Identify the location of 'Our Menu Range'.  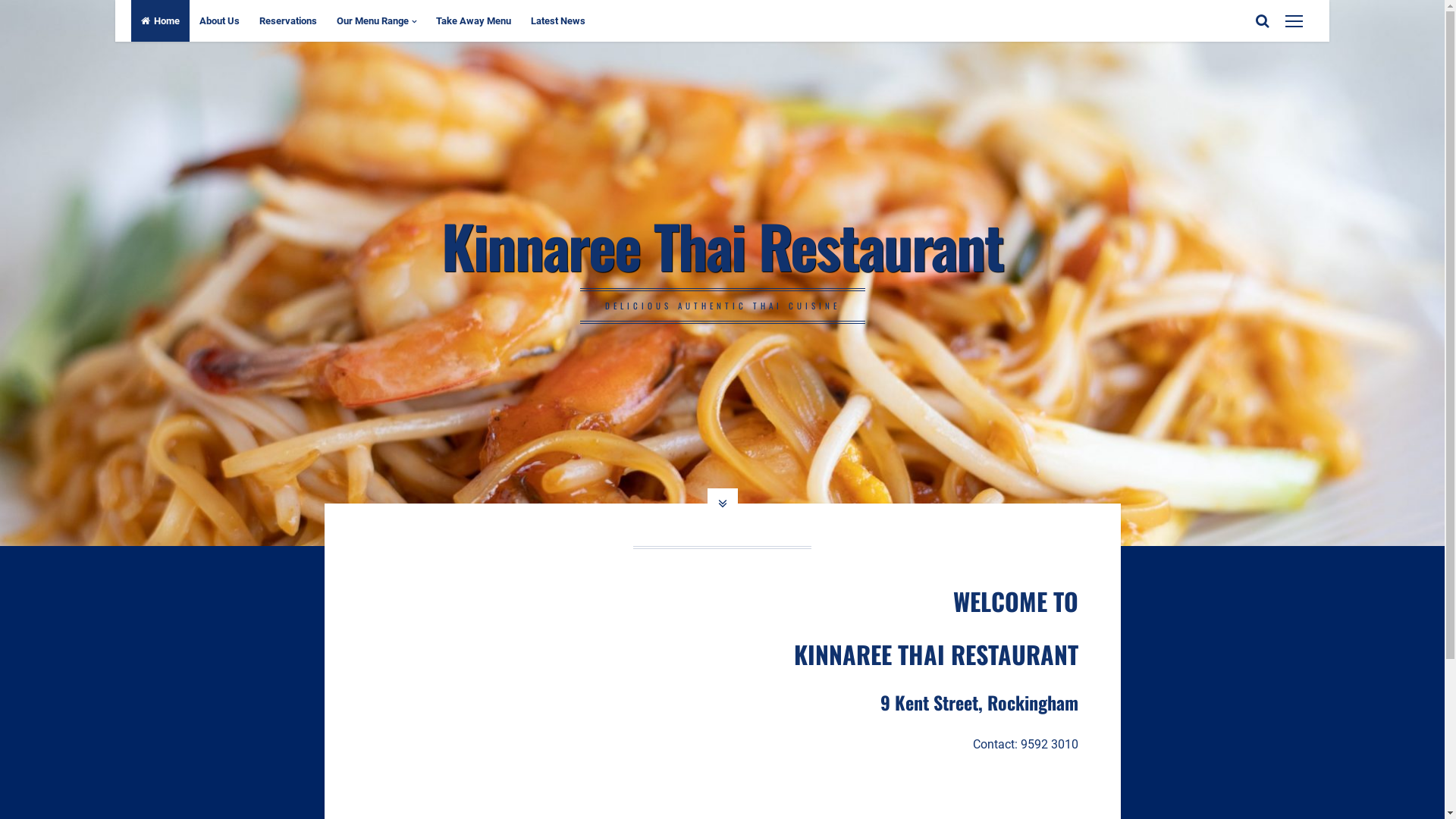
(376, 20).